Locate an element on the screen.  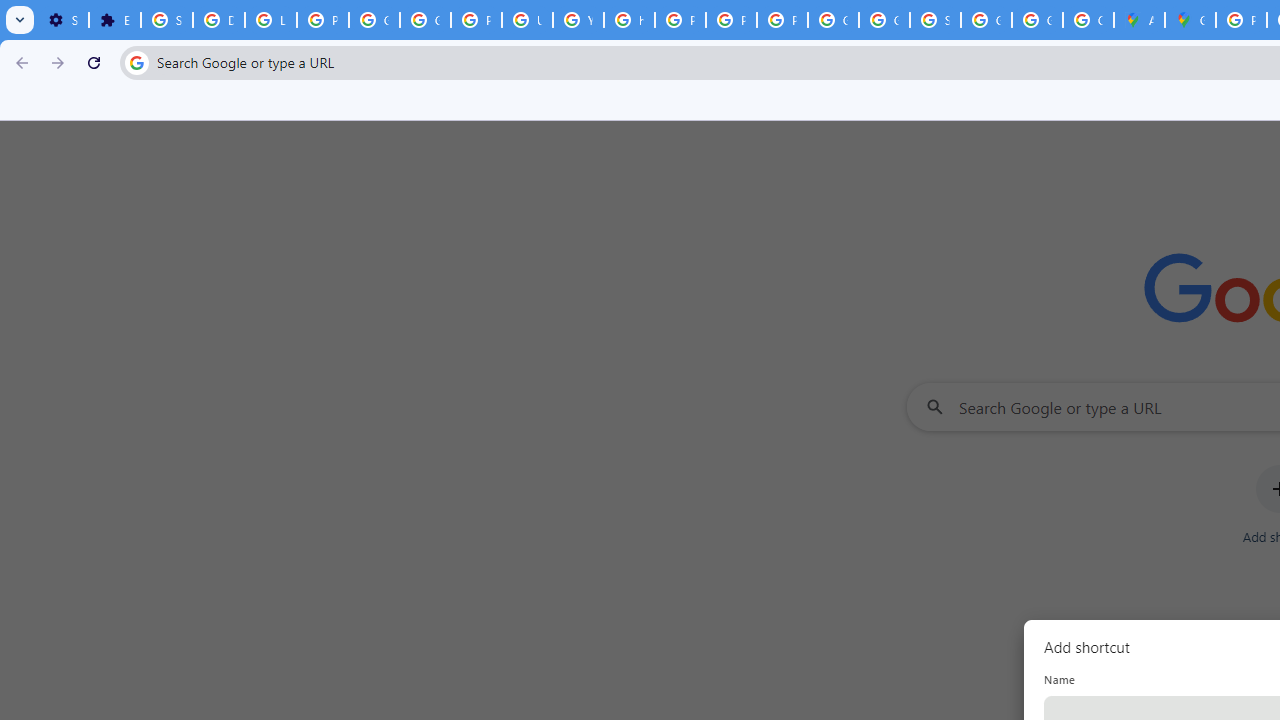
'Delete photos & videos - Computer - Google Photos Help' is located at coordinates (218, 20).